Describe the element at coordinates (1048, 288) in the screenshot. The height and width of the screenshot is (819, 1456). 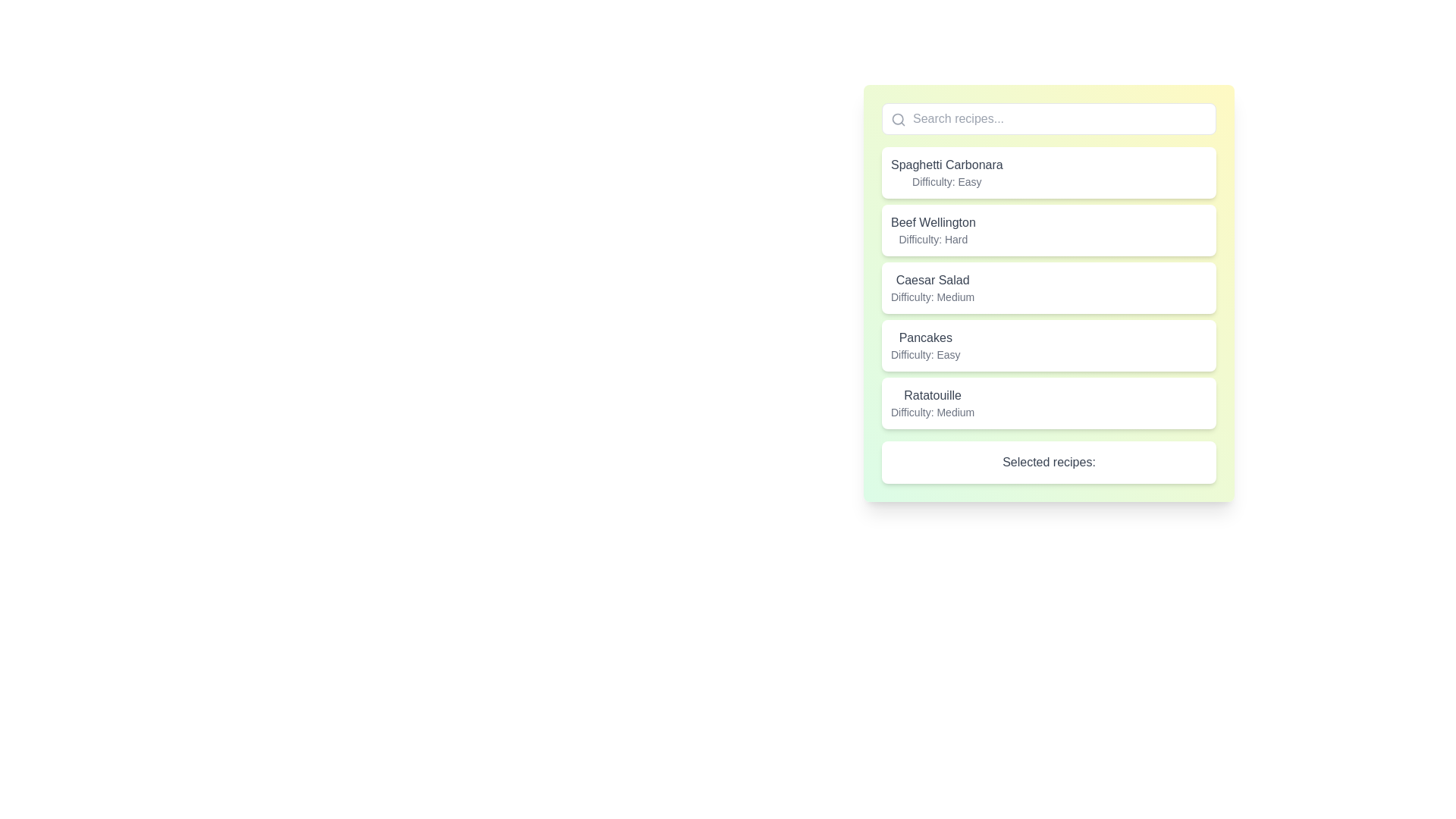
I see `the 'Caesar Salad' recipe card, which is the third entry in the list of recipe cards, located in the greenish panel on the right side` at that location.